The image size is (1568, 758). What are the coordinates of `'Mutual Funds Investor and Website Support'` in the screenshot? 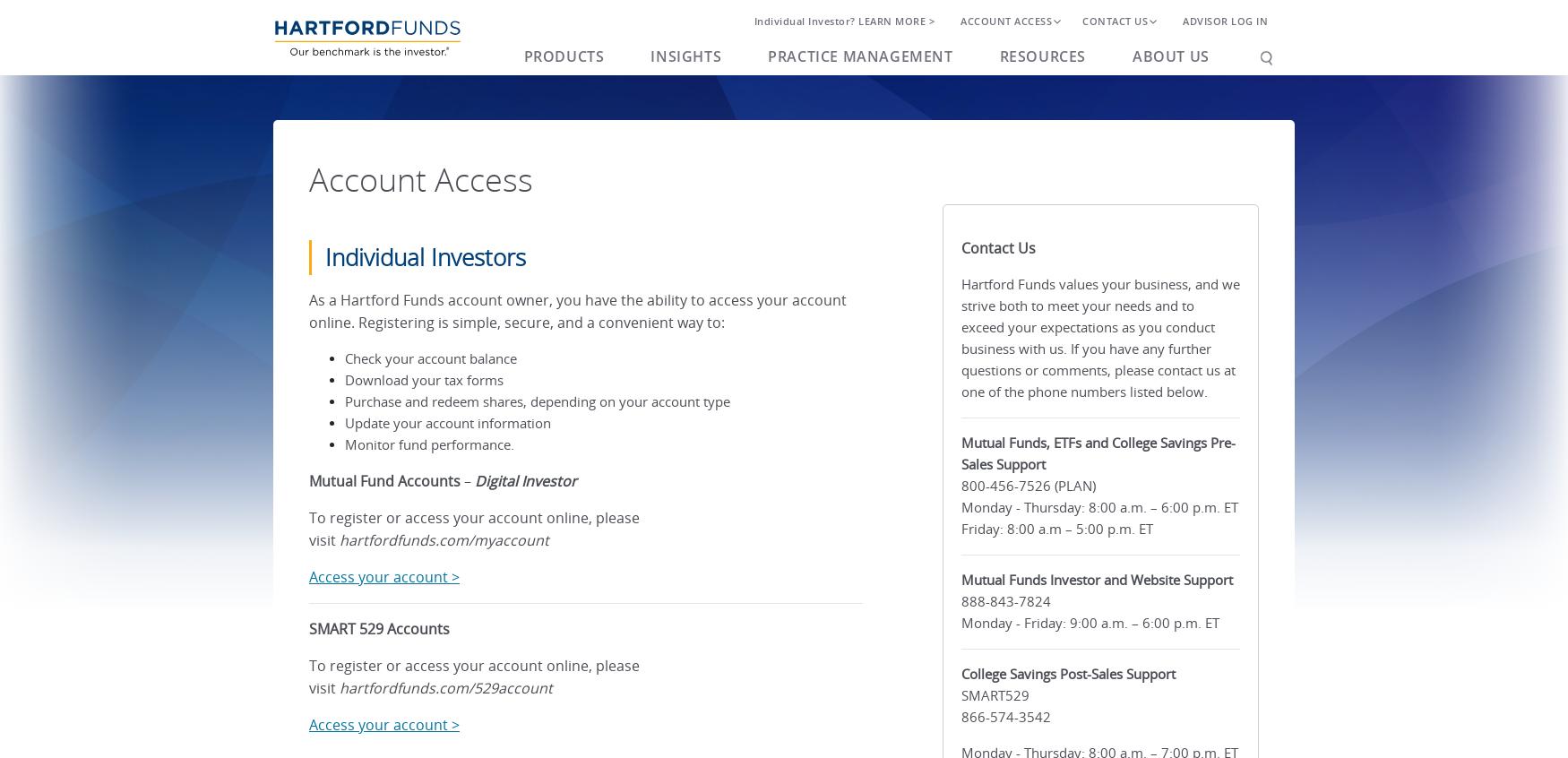 It's located at (961, 580).